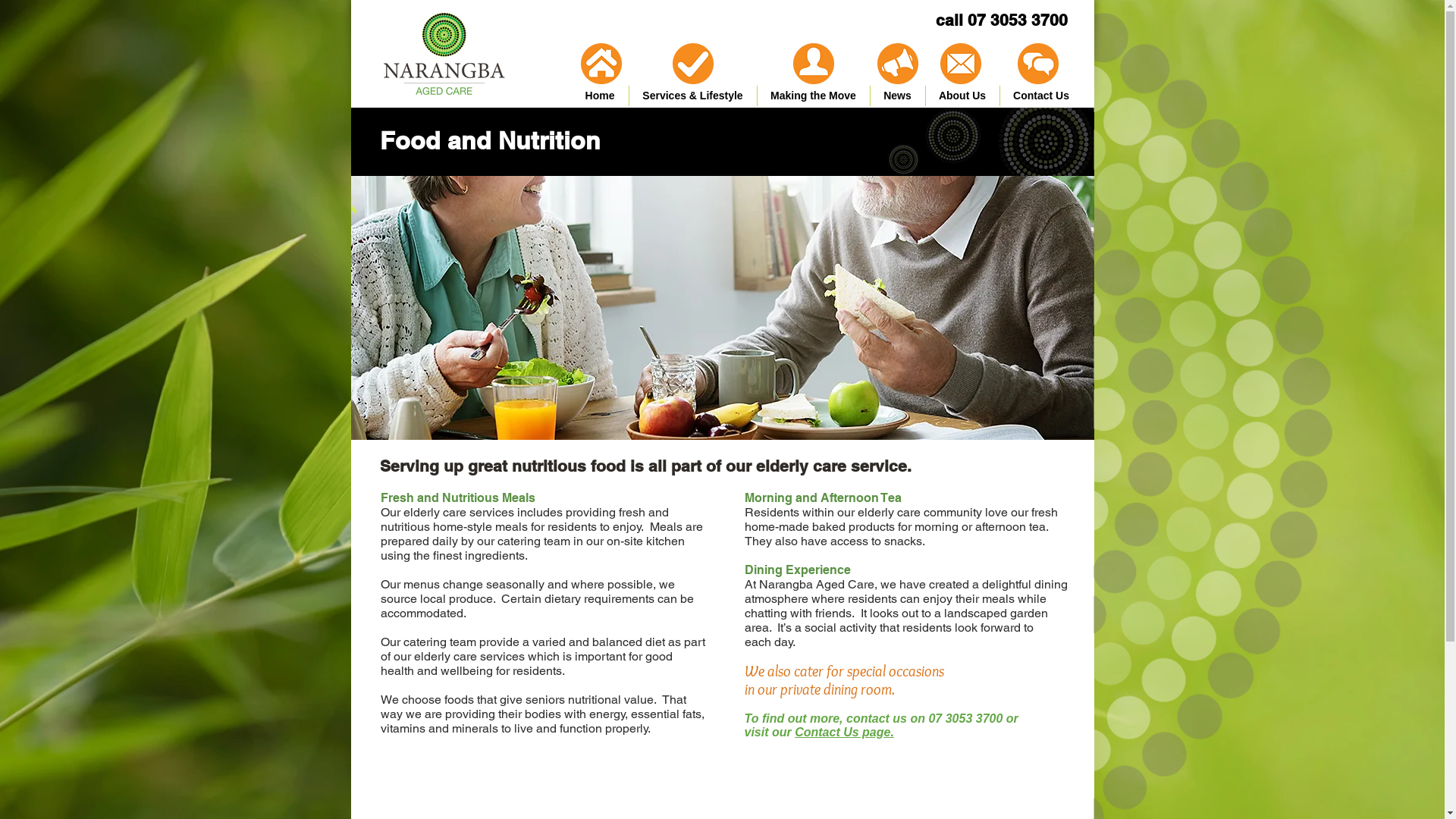 The height and width of the screenshot is (819, 1456). Describe the element at coordinates (793, 731) in the screenshot. I see `'Contact Us page.'` at that location.